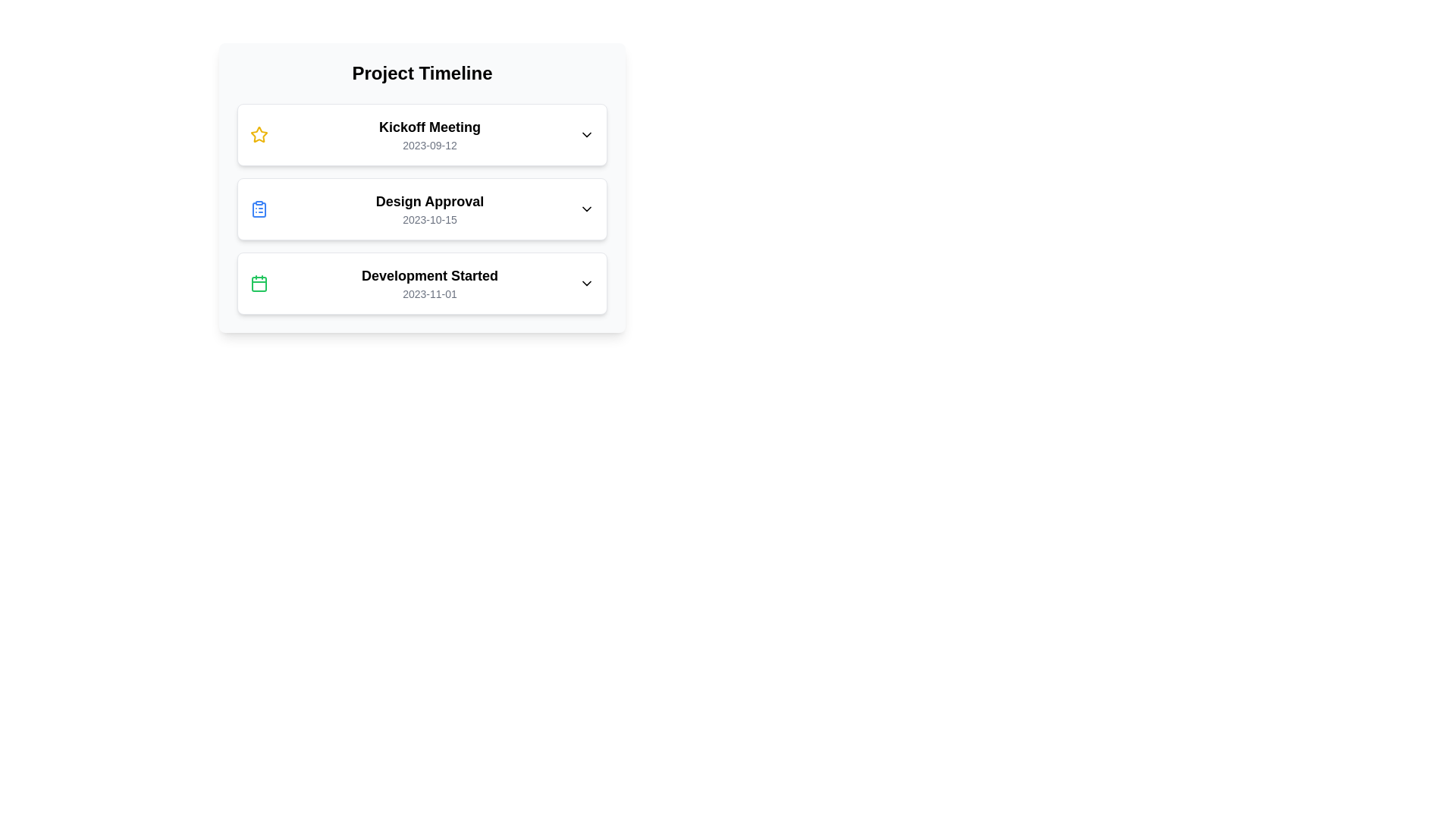 This screenshot has height=819, width=1456. Describe the element at coordinates (585, 284) in the screenshot. I see `the downward-pointing chevron styled dropdown icon located at the far right of the row containing 'Development Started' and the date '2023-11-01'` at that location.